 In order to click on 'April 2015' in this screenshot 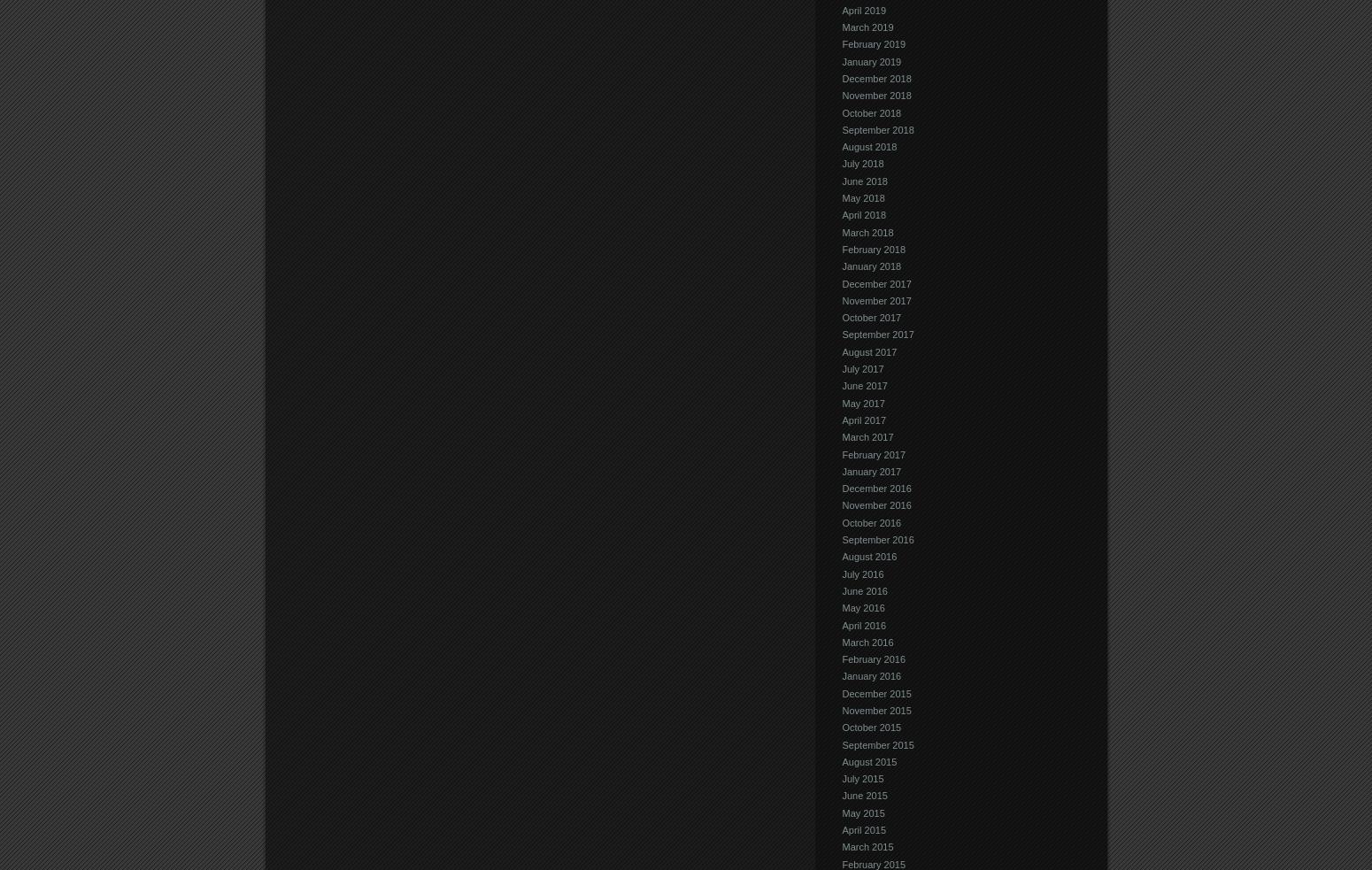, I will do `click(863, 829)`.